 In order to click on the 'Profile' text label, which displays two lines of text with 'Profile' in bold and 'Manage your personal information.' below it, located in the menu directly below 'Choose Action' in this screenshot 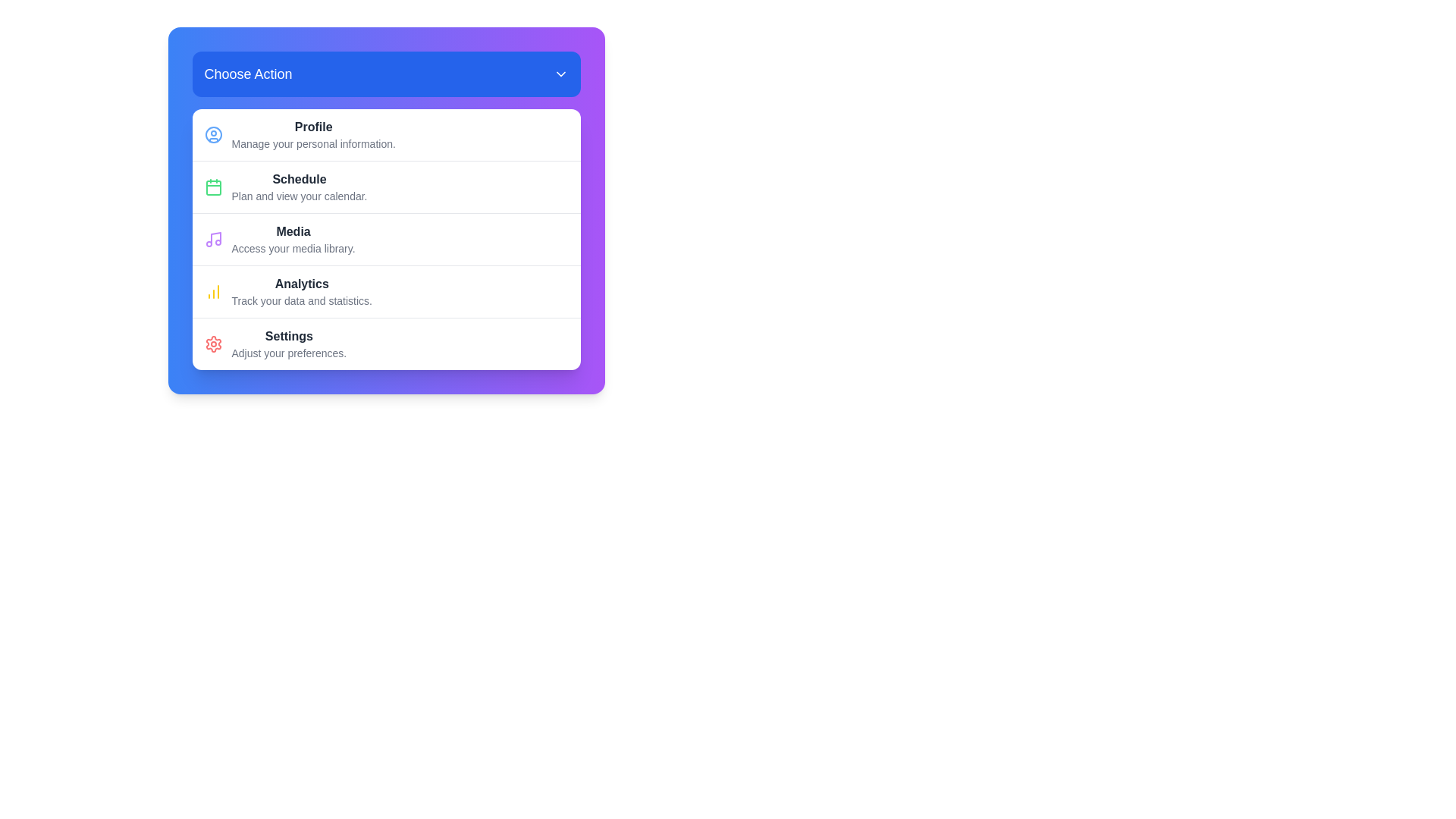, I will do `click(312, 133)`.